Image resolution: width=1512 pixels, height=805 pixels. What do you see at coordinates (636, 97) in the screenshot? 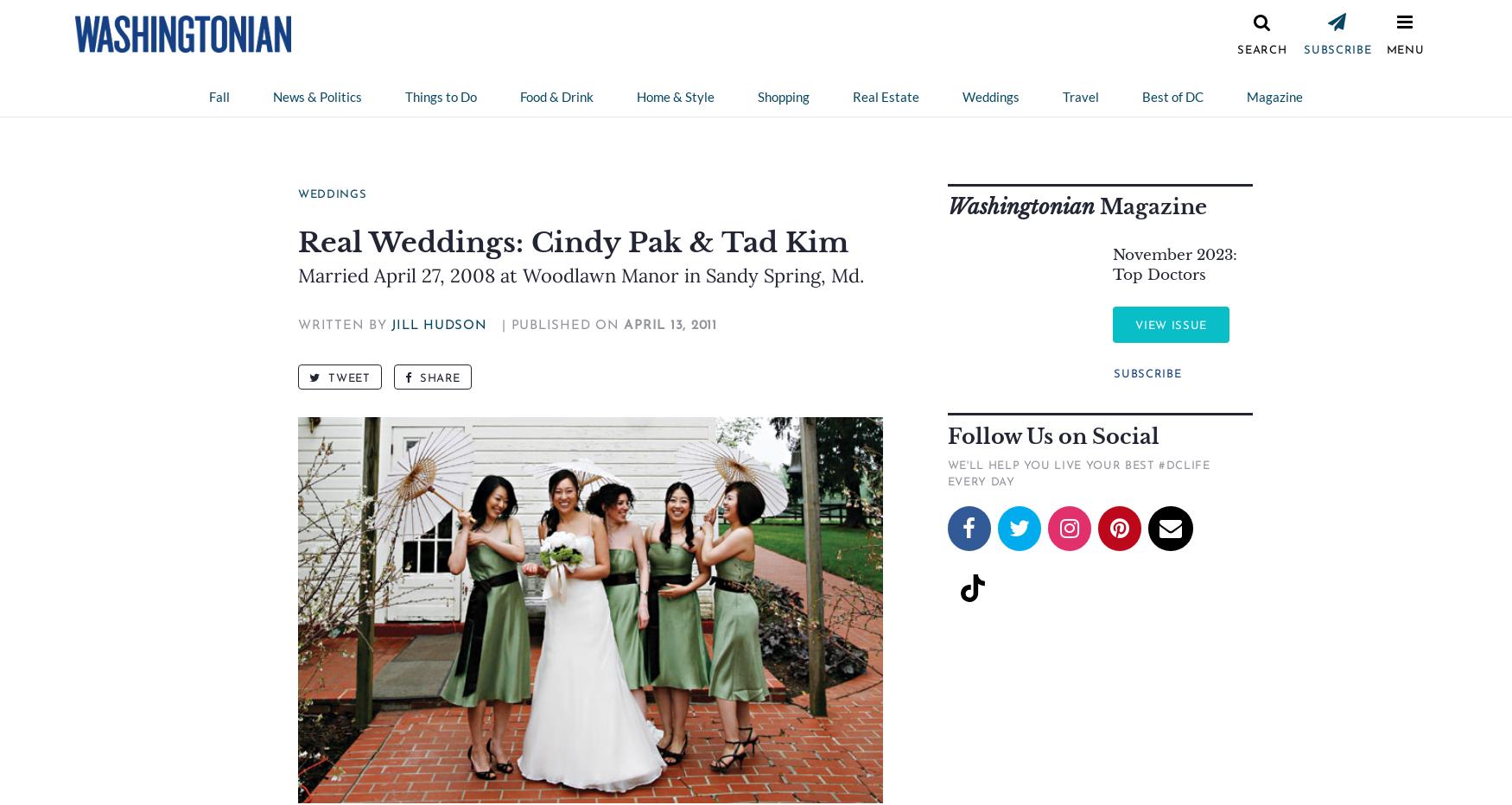
I see `'Home & Style'` at bounding box center [636, 97].